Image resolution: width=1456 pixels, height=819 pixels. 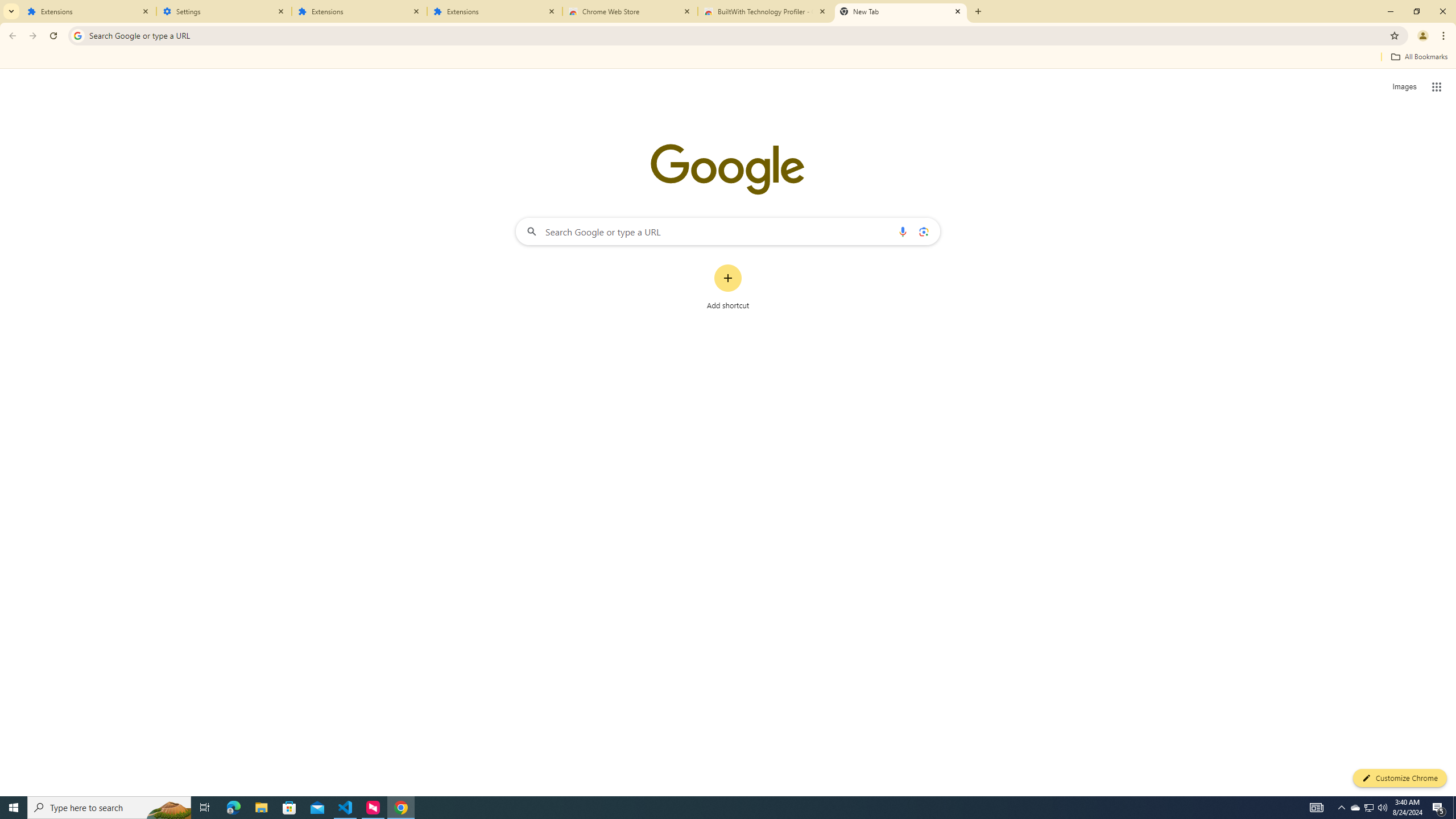 What do you see at coordinates (1400, 777) in the screenshot?
I see `'Customize Chrome'` at bounding box center [1400, 777].